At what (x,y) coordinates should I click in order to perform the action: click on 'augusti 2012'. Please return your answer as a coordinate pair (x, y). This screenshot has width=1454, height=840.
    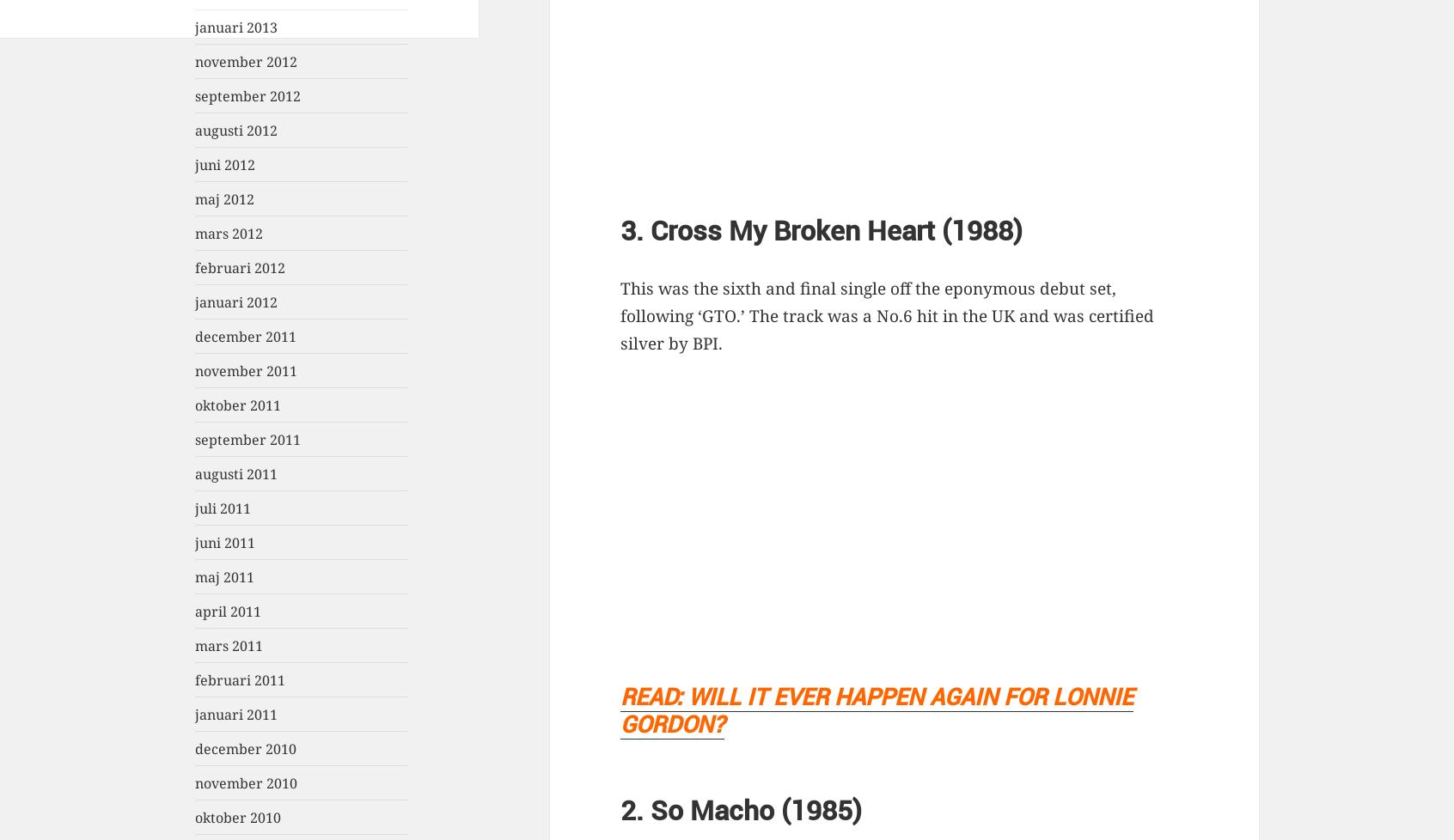
    Looking at the image, I should click on (195, 130).